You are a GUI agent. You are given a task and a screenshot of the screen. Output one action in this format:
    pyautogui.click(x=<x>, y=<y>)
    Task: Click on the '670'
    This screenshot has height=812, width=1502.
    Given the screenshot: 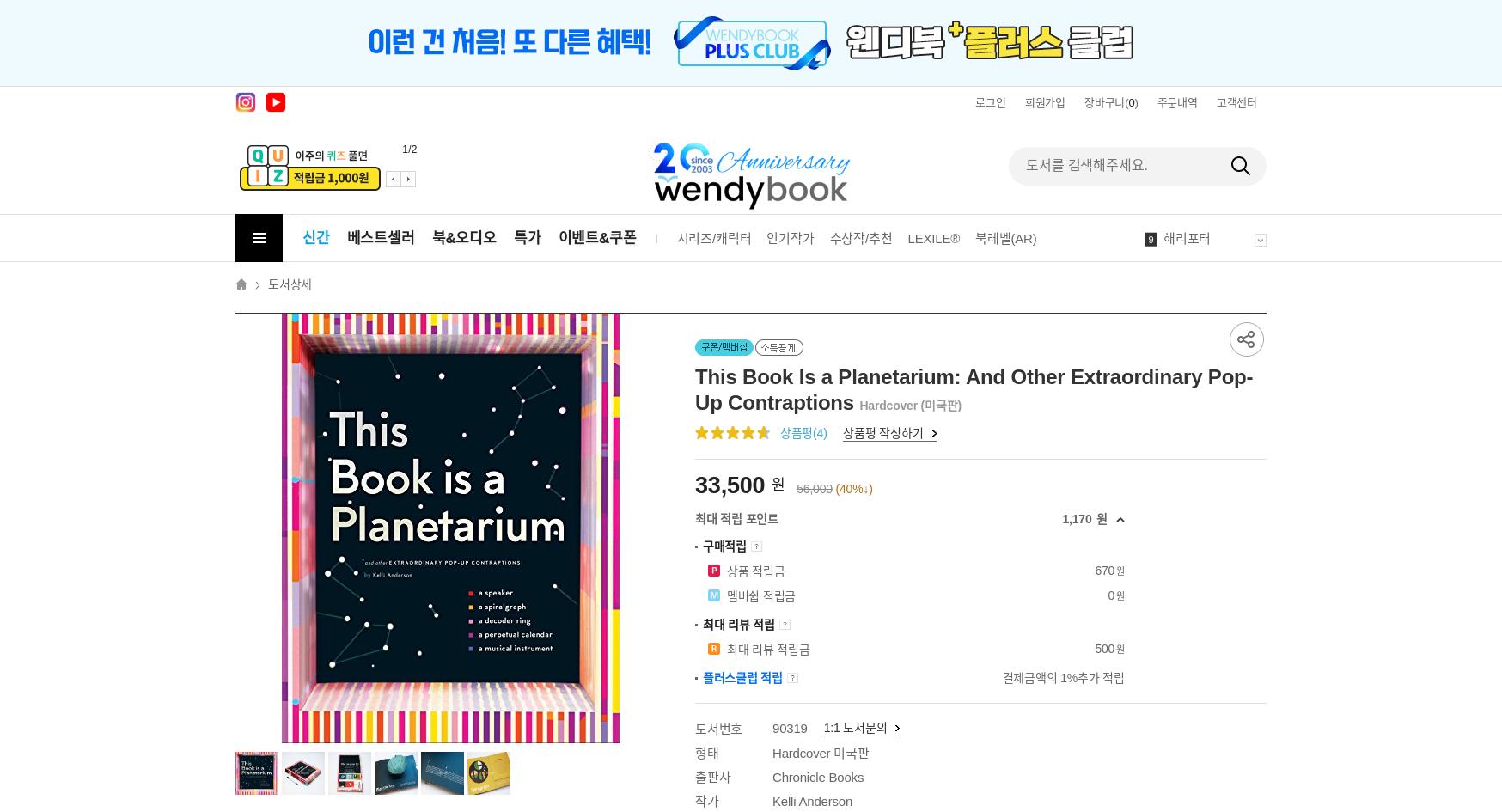 What is the action you would take?
    pyautogui.click(x=1104, y=569)
    